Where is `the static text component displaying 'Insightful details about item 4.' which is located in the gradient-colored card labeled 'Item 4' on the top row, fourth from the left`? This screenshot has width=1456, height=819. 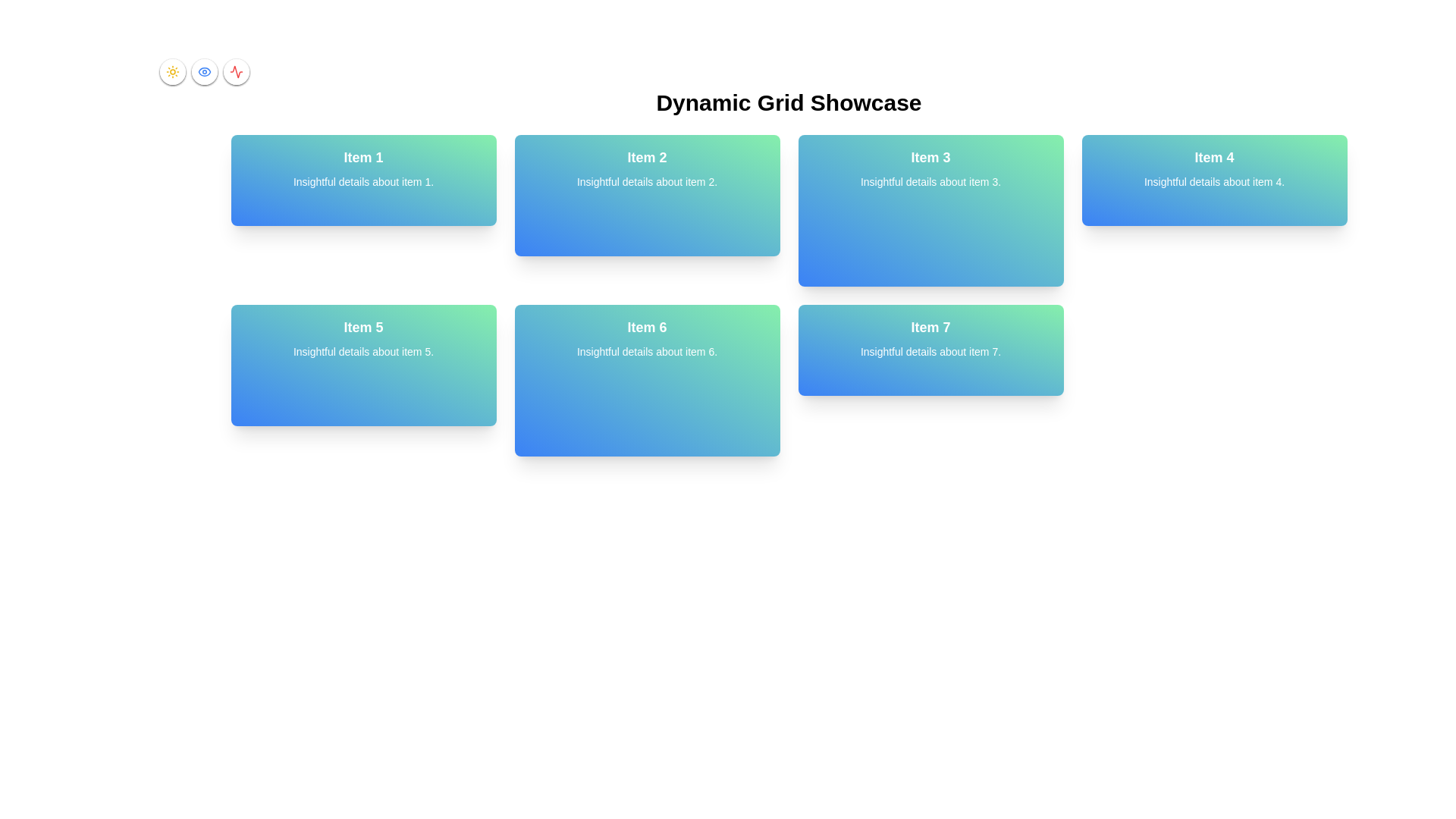 the static text component displaying 'Insightful details about item 4.' which is located in the gradient-colored card labeled 'Item 4' on the top row, fourth from the left is located at coordinates (1214, 180).